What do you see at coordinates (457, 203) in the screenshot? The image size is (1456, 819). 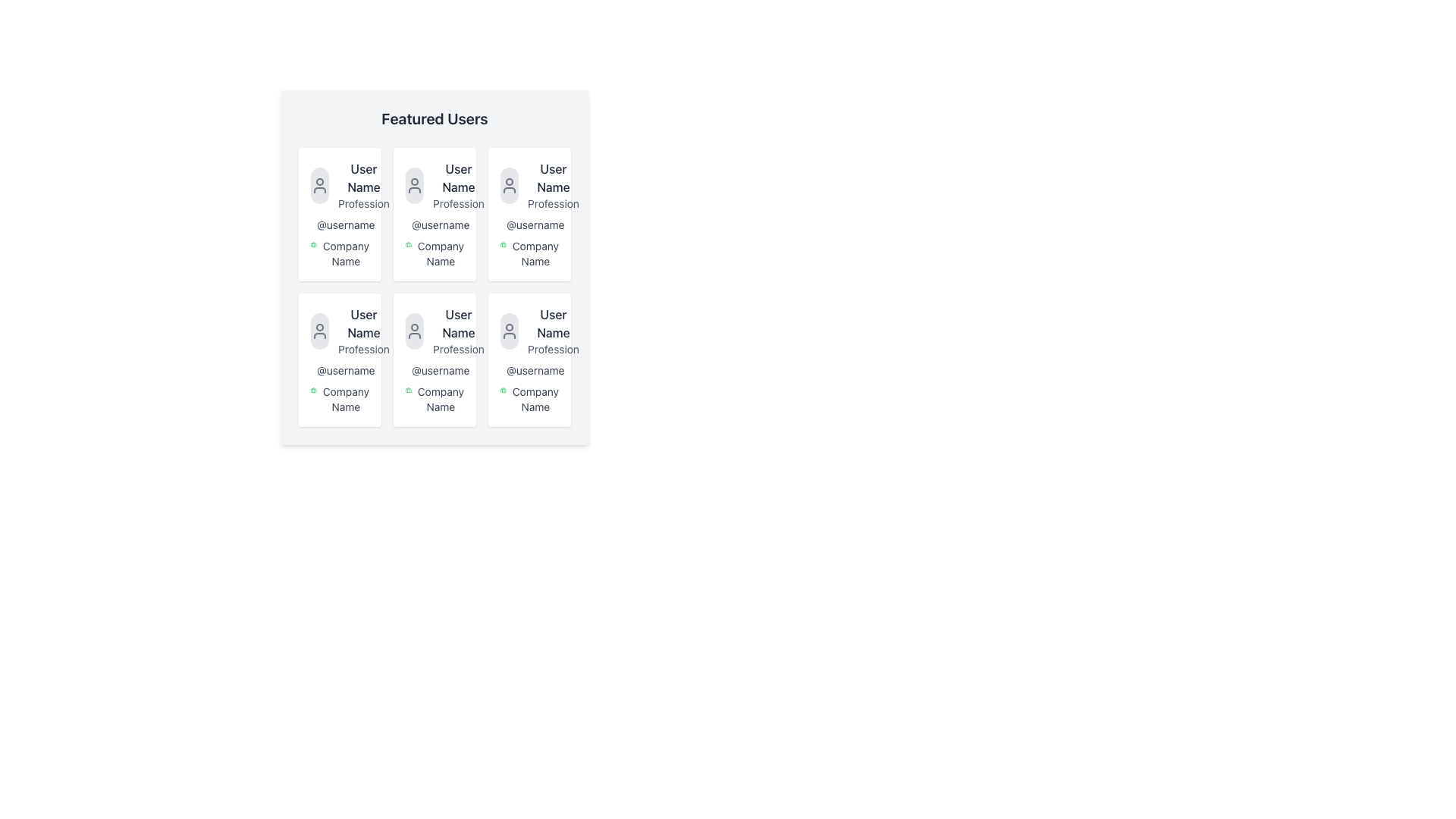 I see `the static text element that displays the professional designation or category associated with the user, located in the first row of the grid layout beneath the 'User Name' text` at bounding box center [457, 203].